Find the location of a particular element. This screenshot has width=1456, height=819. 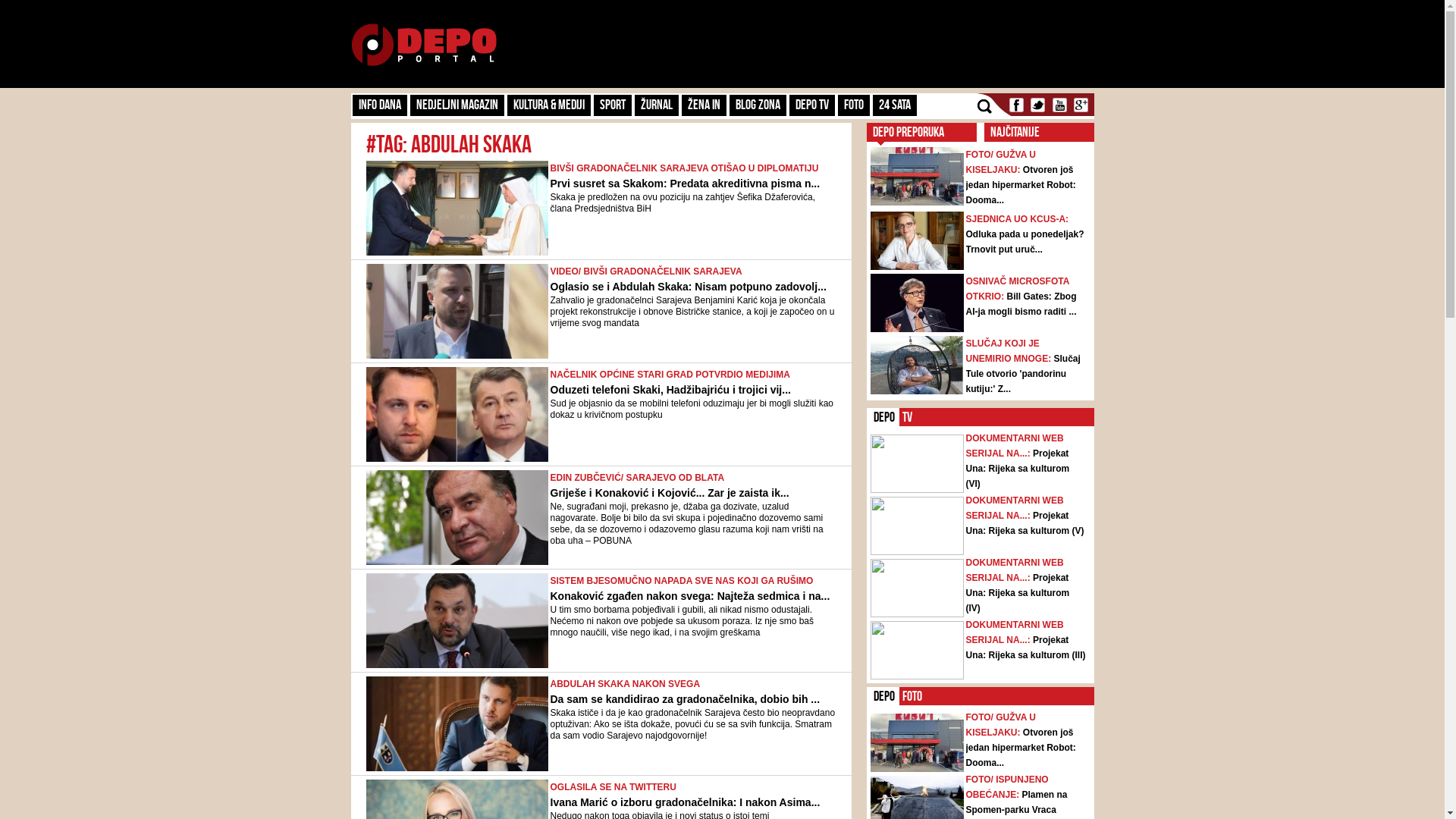

'Facebook' is located at coordinates (1016, 104).